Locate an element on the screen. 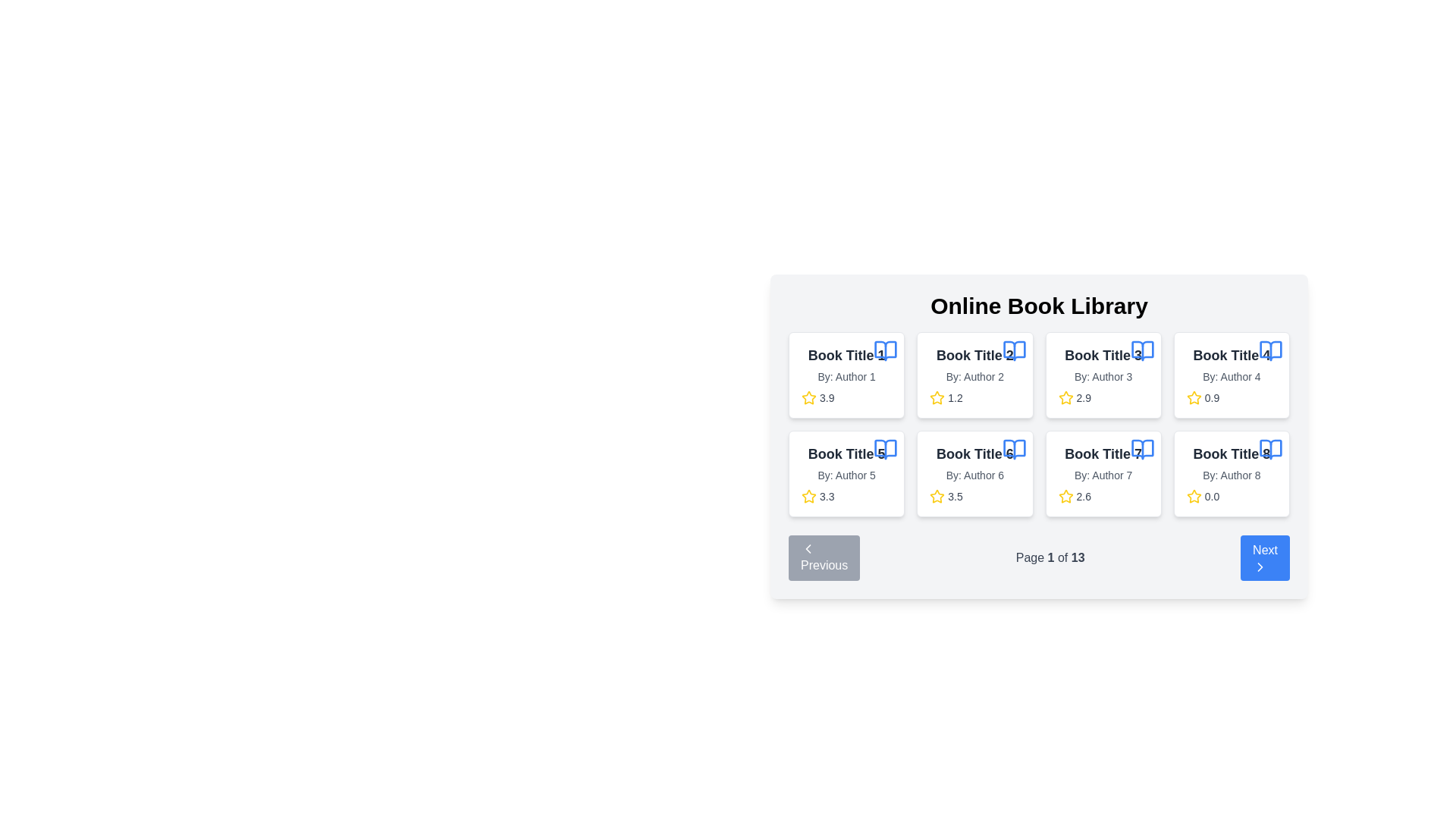  the star icon located in the middle of the third card in the book library layout, which indicates a rating of 2.9 is located at coordinates (1065, 397).